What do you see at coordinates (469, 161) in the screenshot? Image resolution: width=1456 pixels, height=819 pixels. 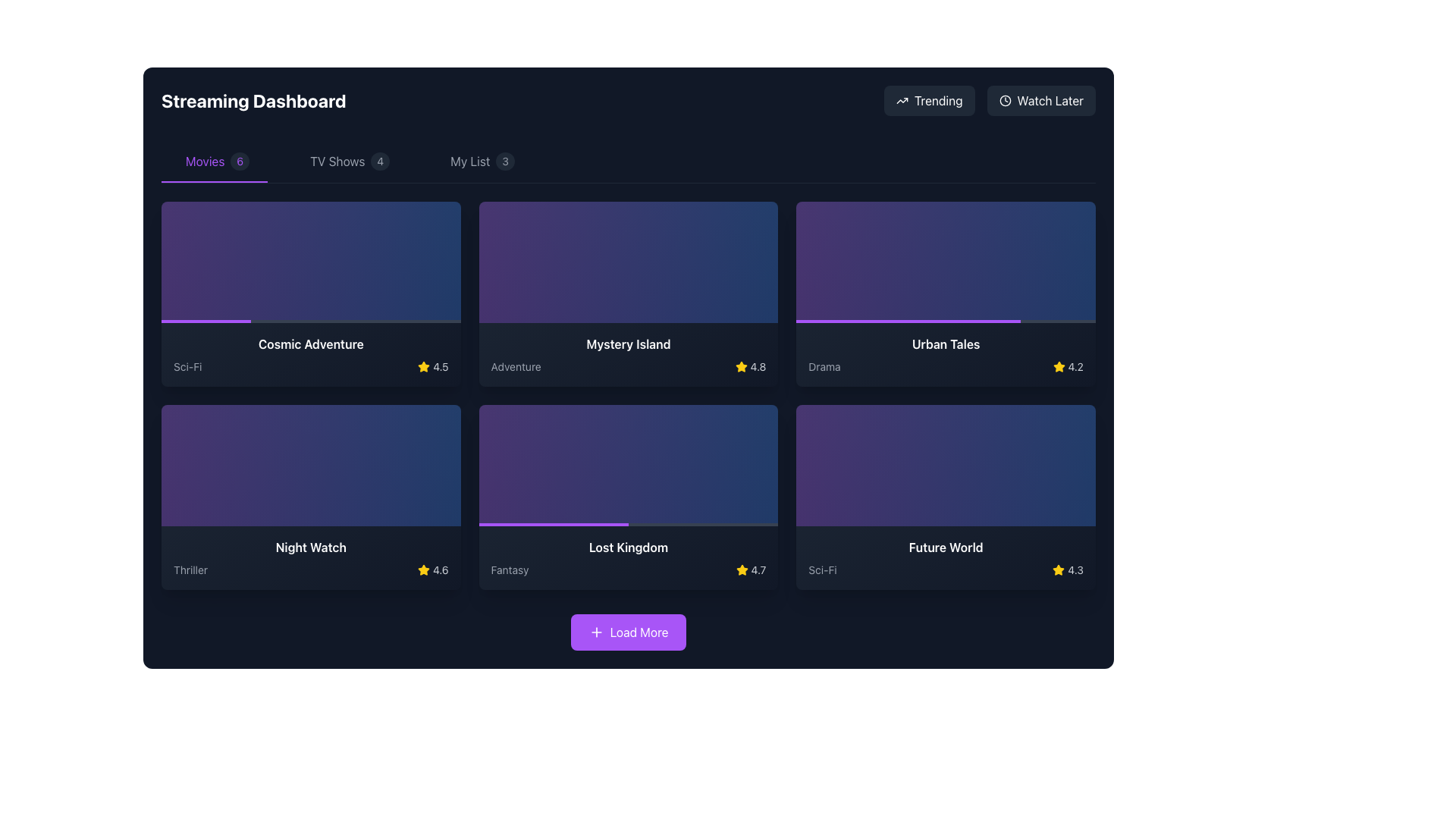 I see `the text label indicating the user's personalized media list located in the top navigation bar, positioned as the third item after 'Movies' and 'TV Shows'` at bounding box center [469, 161].